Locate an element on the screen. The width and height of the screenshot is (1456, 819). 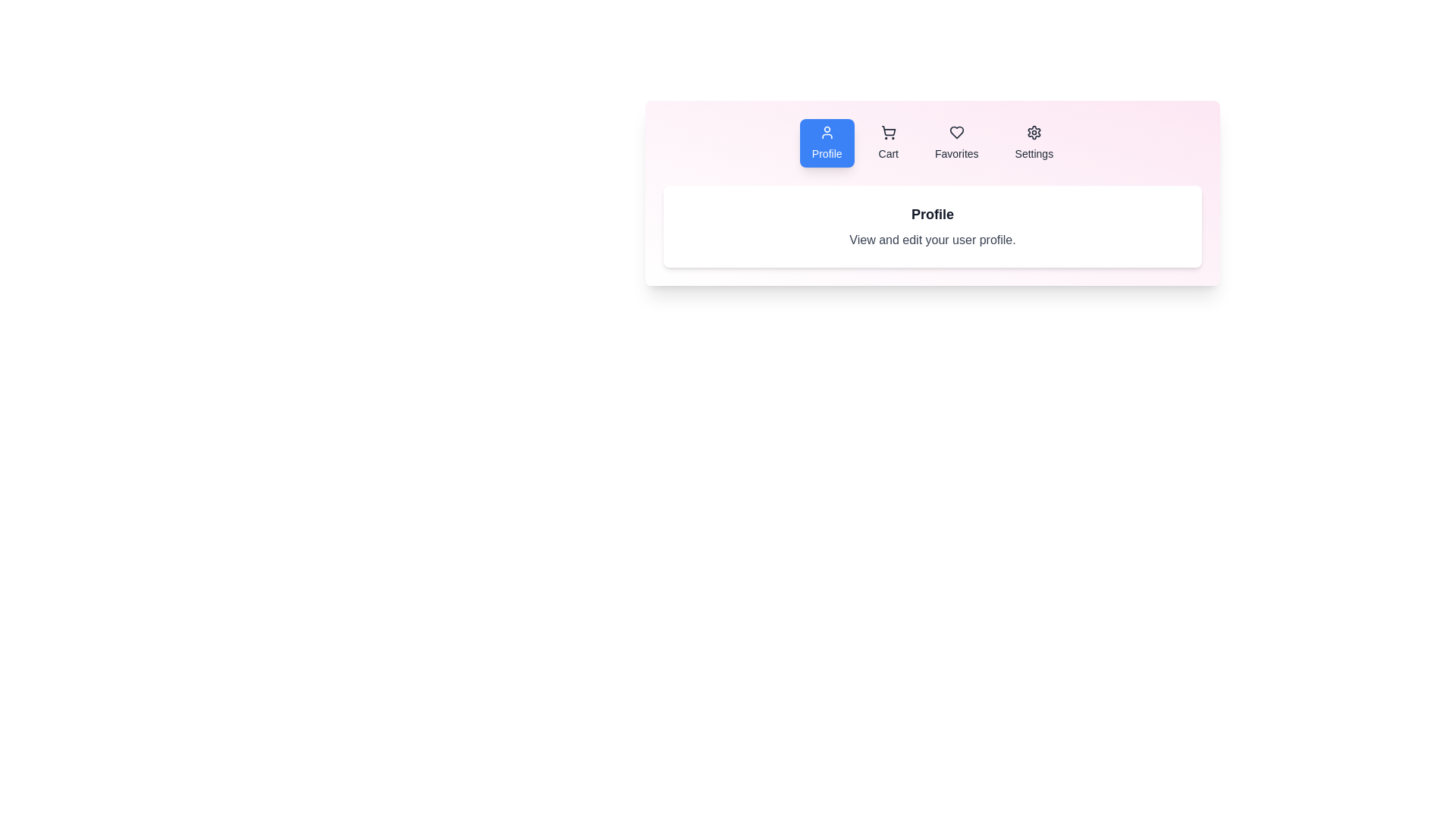
the tab labeled Favorites to view its content is located at coordinates (955, 143).